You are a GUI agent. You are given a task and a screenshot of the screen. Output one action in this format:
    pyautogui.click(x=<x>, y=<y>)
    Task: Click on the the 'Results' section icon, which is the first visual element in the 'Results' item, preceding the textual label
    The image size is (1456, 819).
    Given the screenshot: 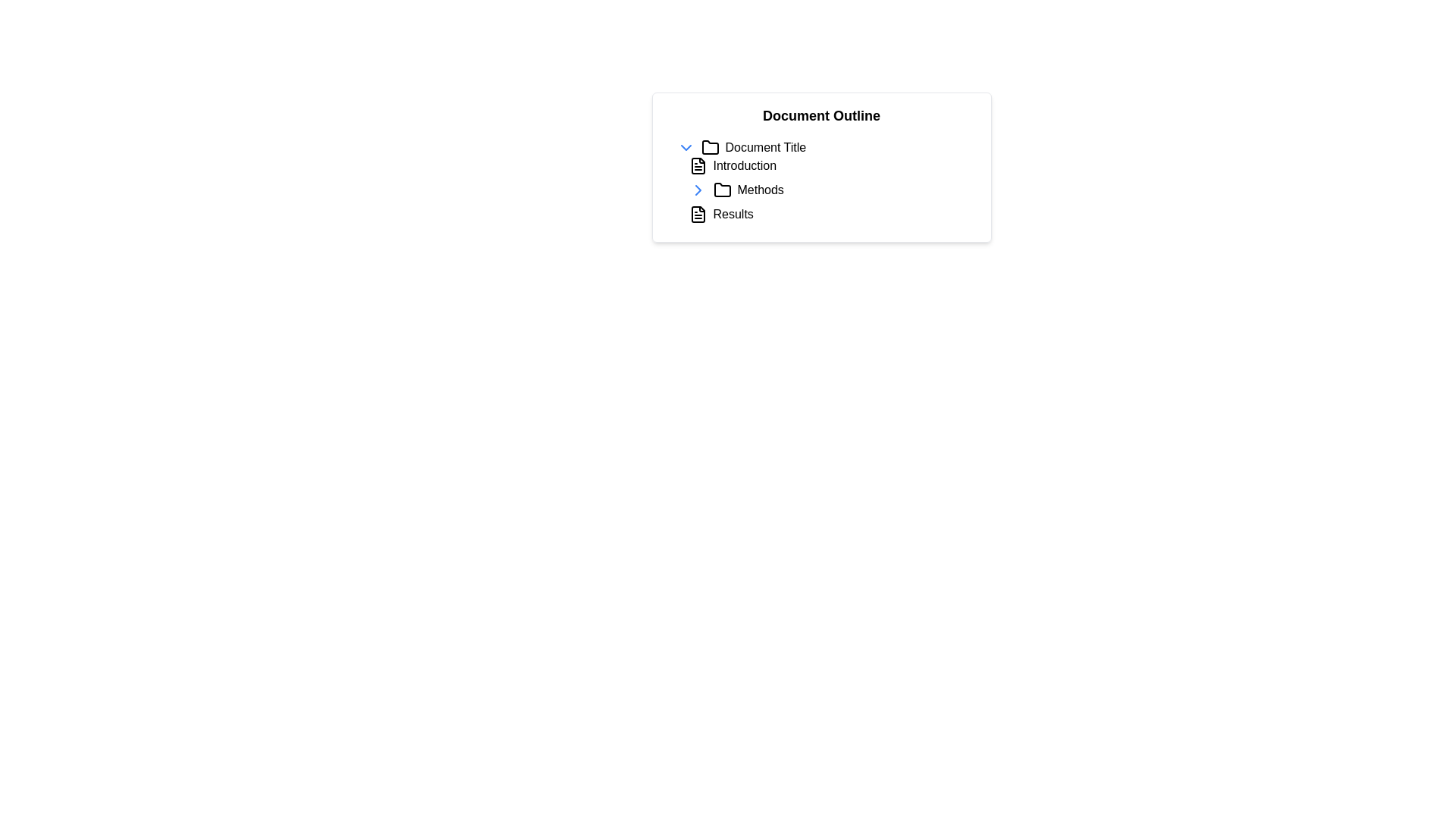 What is the action you would take?
    pyautogui.click(x=697, y=214)
    